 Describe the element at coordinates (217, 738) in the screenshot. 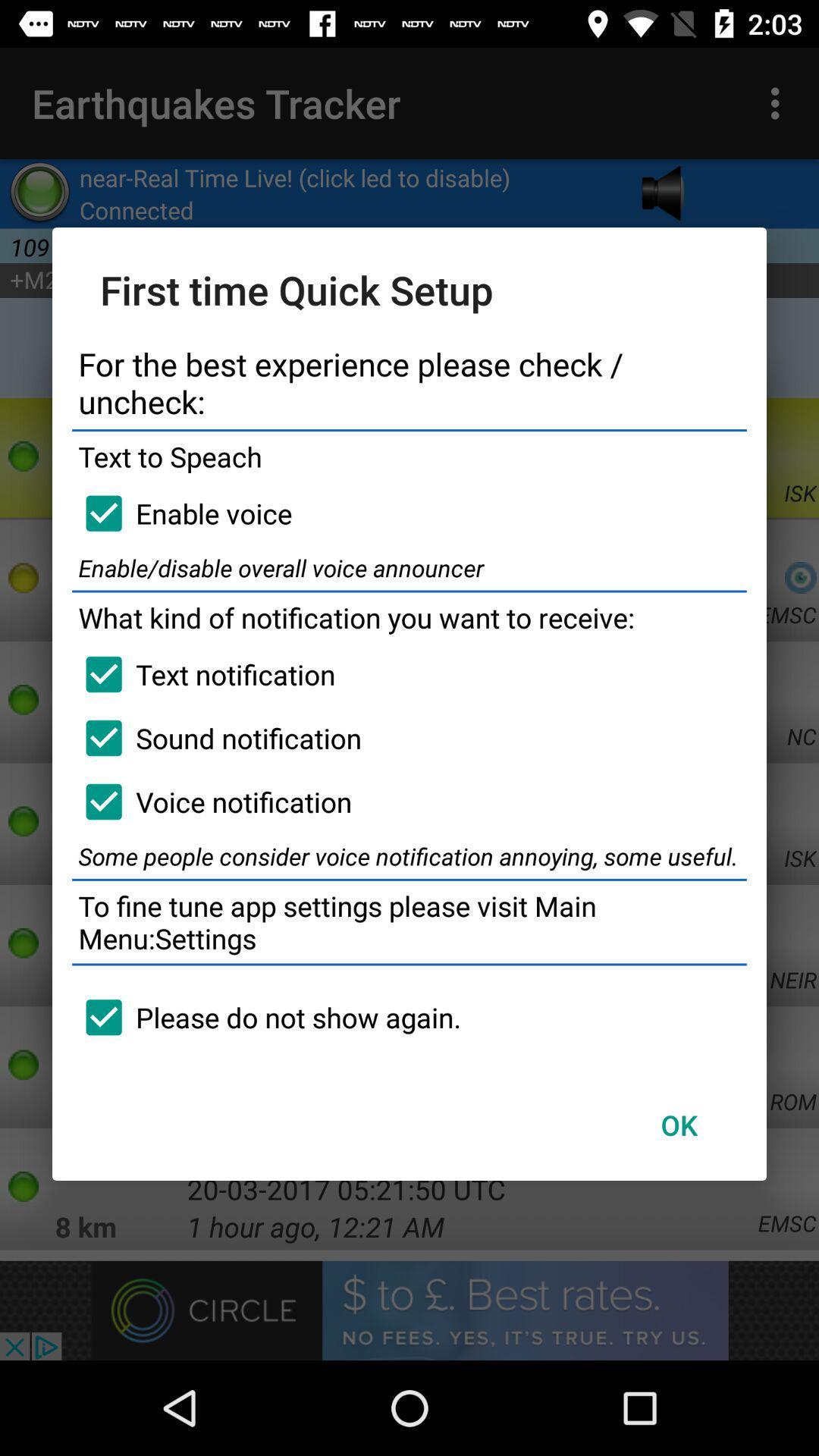

I see `the sound notification icon` at that location.